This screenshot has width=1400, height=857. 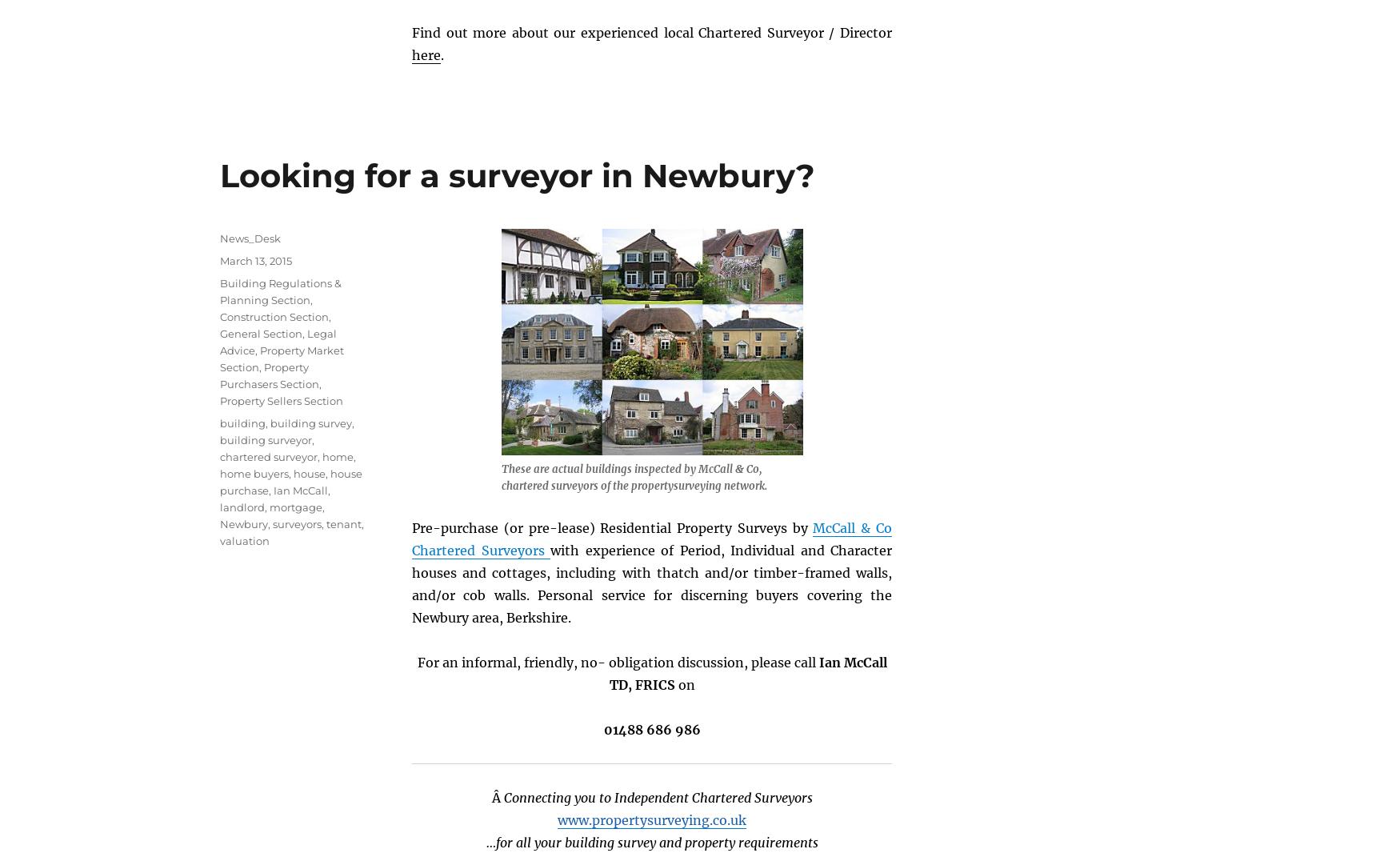 What do you see at coordinates (342, 522) in the screenshot?
I see `'tenant'` at bounding box center [342, 522].